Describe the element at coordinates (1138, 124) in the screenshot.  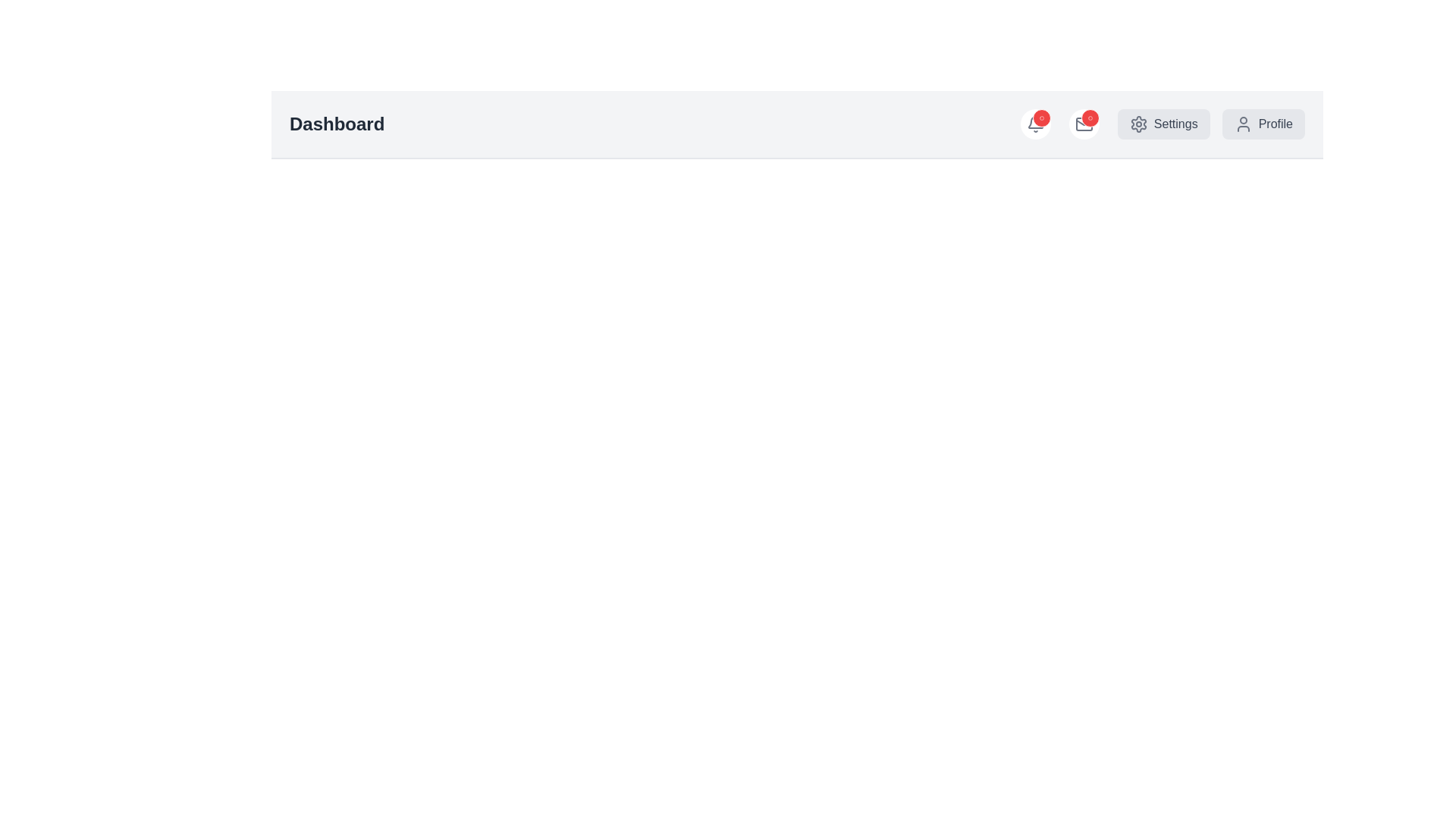
I see `the cogwheel icon button in the top-right portion of the interface` at that location.